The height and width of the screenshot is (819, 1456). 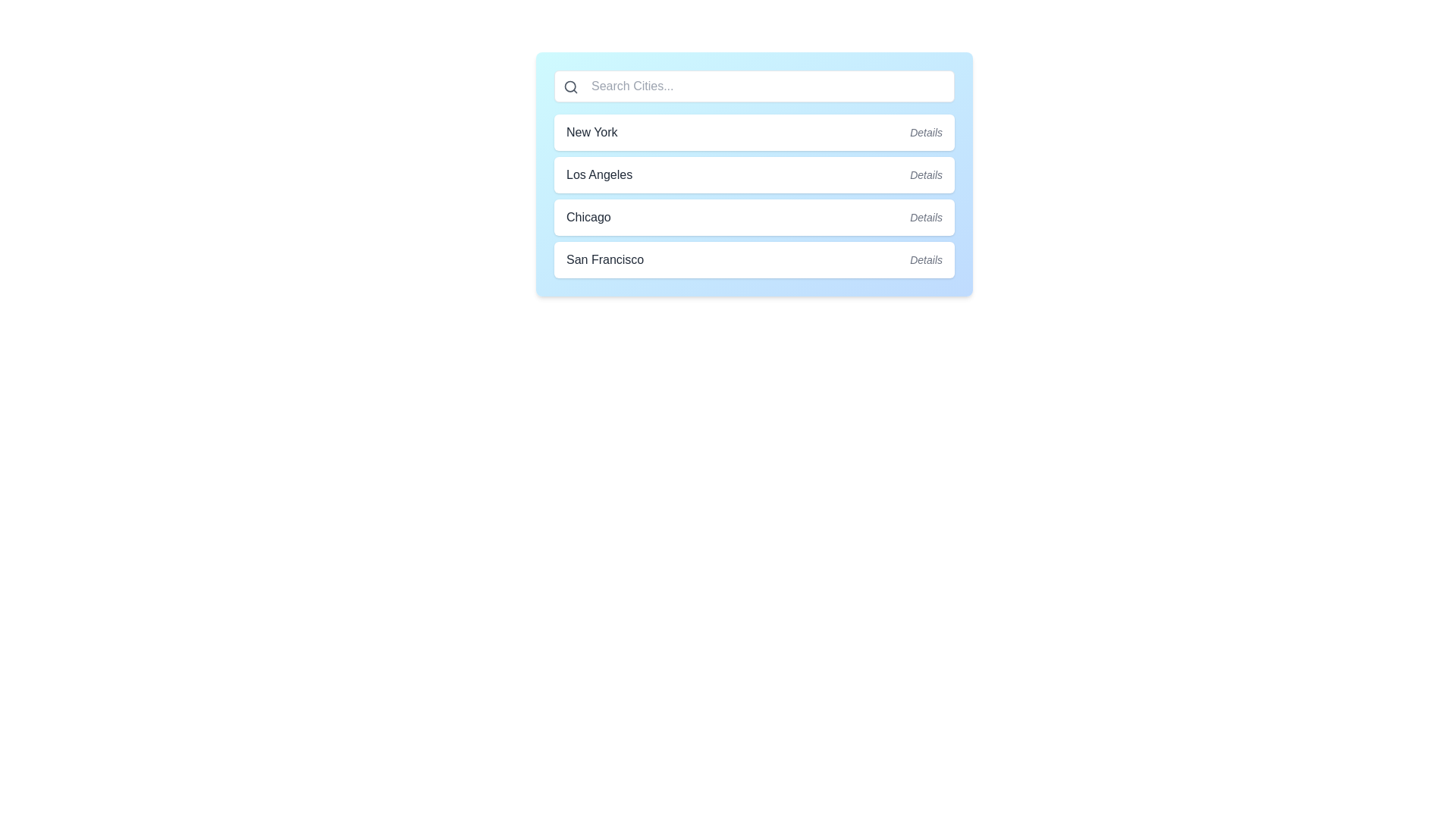 What do you see at coordinates (754, 217) in the screenshot?
I see `the list item displaying 'Chicago' with a medium dark gray font on the left and 'Details' in italic smaller gray font on the right, which is the third item in a vertical list` at bounding box center [754, 217].